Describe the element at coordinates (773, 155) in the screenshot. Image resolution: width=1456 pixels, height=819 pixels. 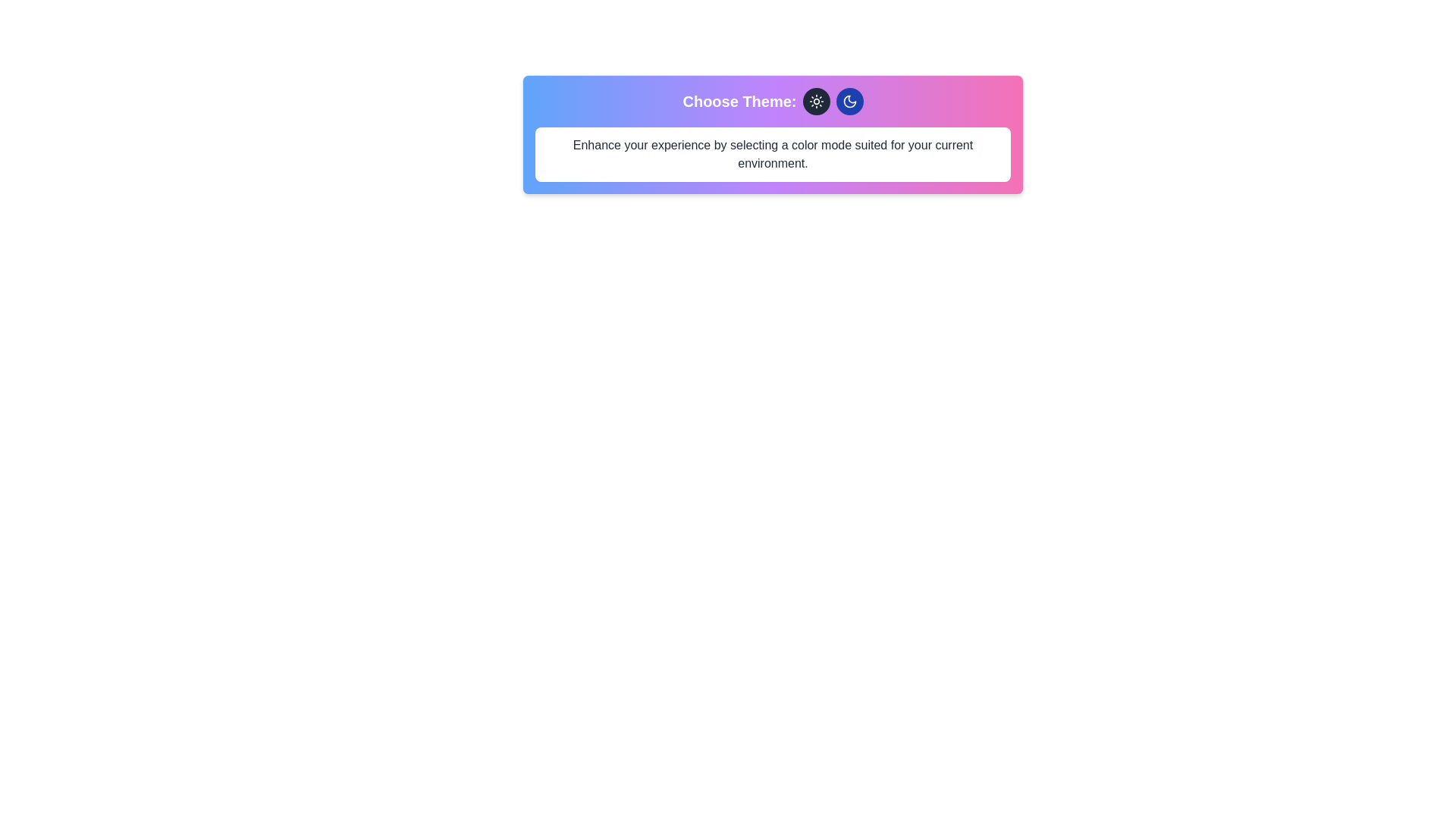
I see `the descriptive text element that provides guidance on selecting a color mode` at that location.